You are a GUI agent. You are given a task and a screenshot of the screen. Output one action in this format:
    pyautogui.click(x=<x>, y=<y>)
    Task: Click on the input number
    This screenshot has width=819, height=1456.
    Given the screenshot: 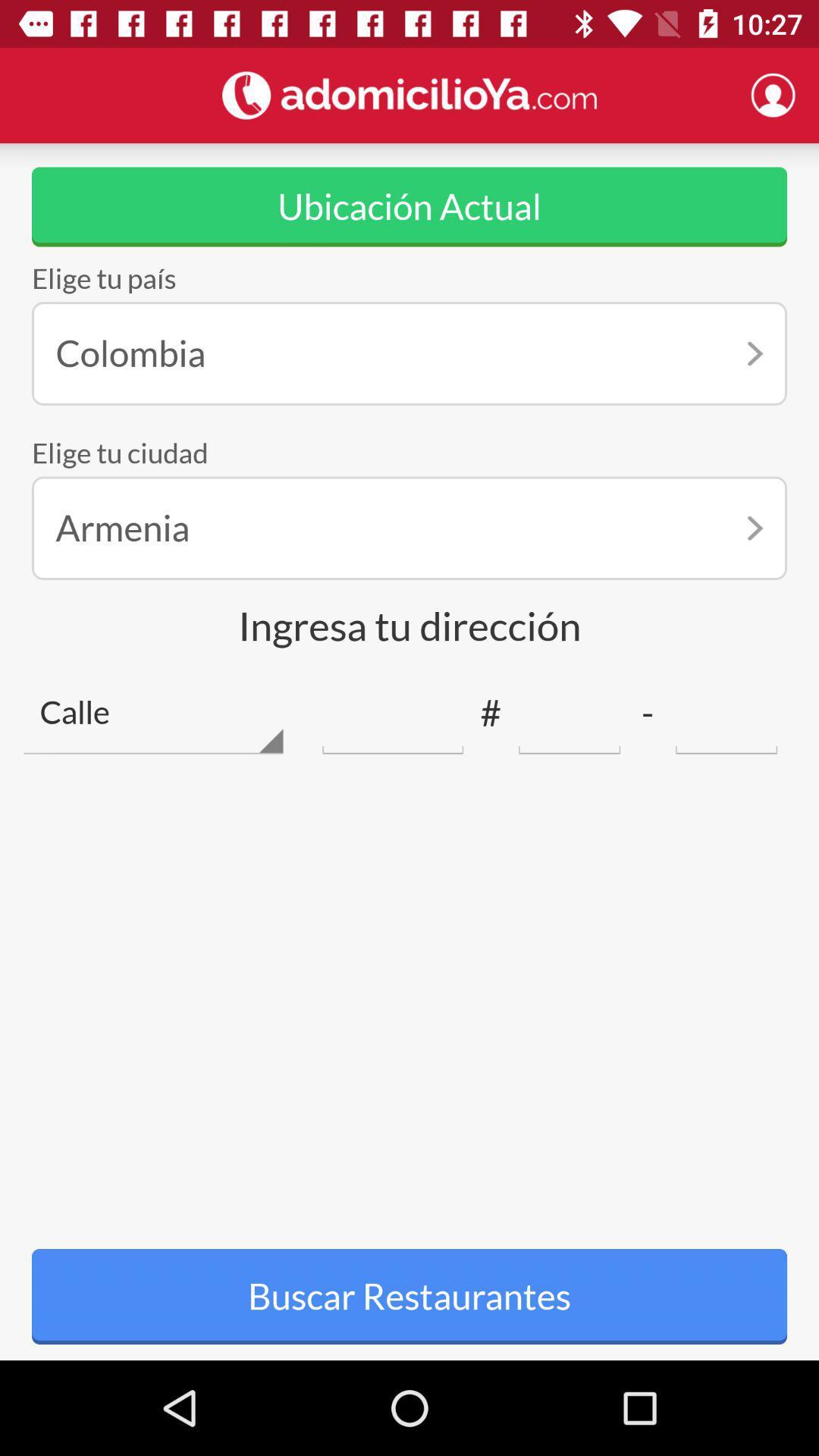 What is the action you would take?
    pyautogui.click(x=726, y=712)
    